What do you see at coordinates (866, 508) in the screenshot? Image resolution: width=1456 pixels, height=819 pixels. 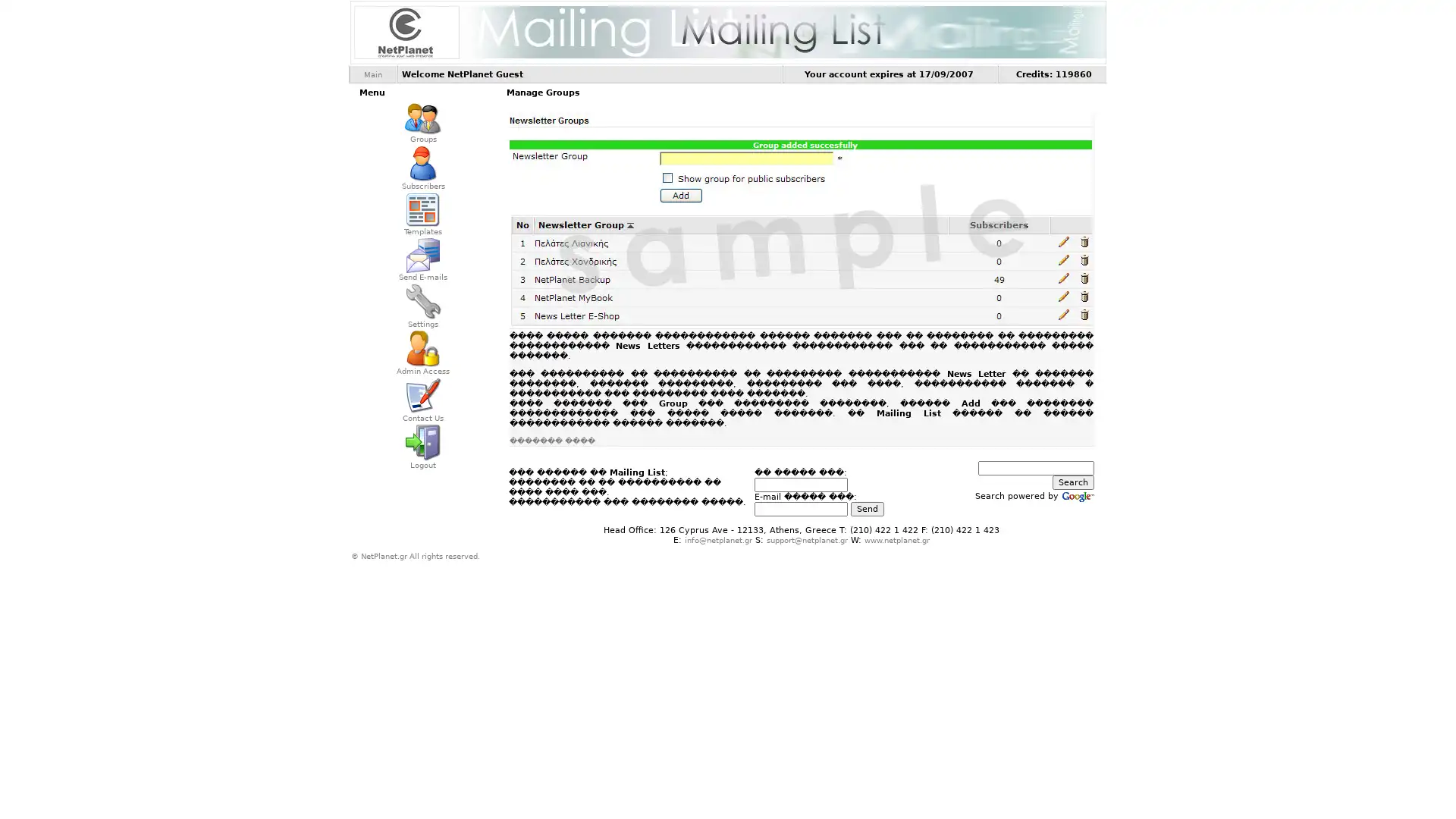 I see `Send` at bounding box center [866, 508].